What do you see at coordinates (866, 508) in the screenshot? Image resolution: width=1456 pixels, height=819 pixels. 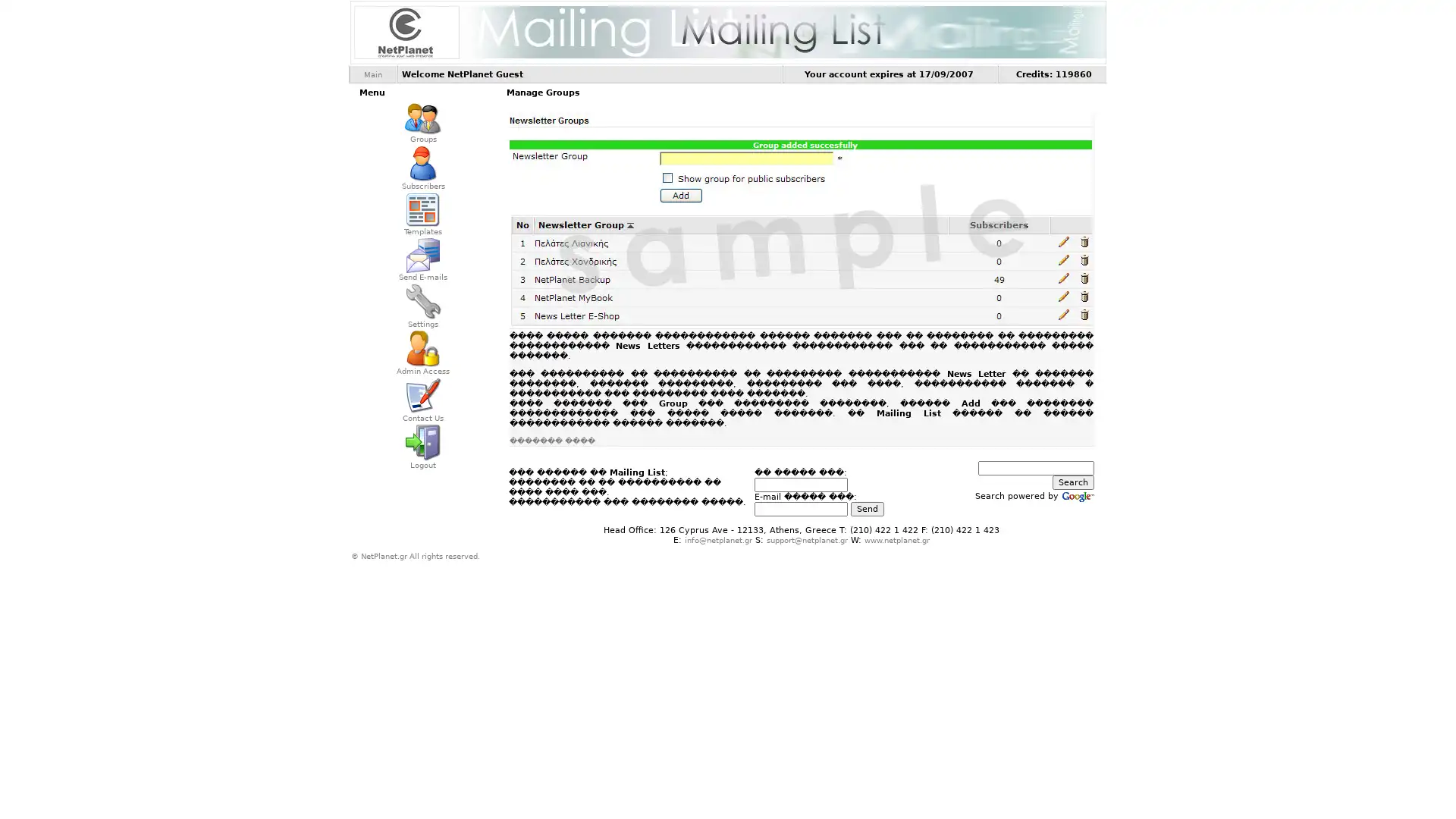 I see `Send` at bounding box center [866, 508].